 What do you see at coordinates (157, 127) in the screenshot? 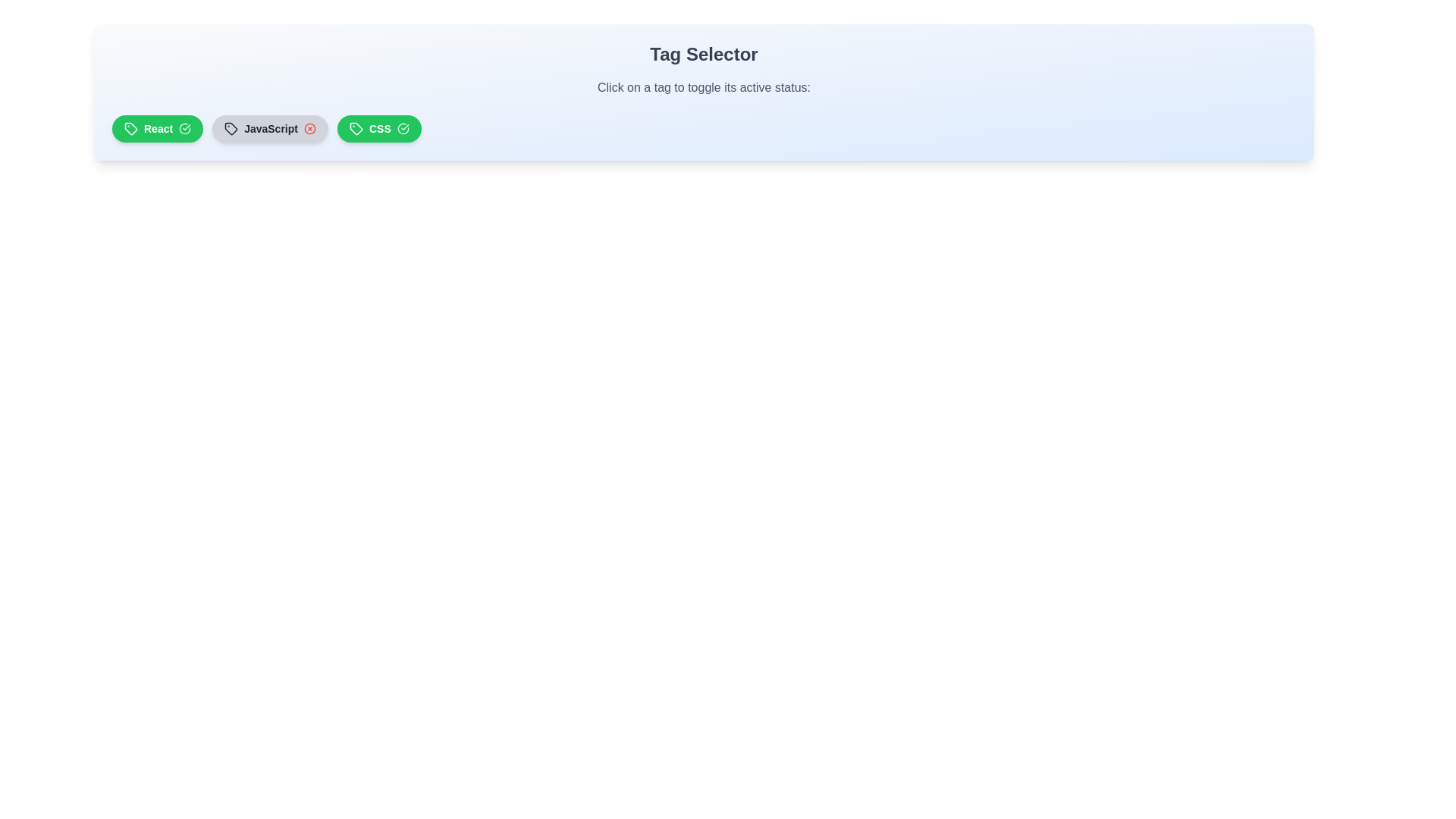
I see `the tag button labeled React to view its hover effect` at bounding box center [157, 127].